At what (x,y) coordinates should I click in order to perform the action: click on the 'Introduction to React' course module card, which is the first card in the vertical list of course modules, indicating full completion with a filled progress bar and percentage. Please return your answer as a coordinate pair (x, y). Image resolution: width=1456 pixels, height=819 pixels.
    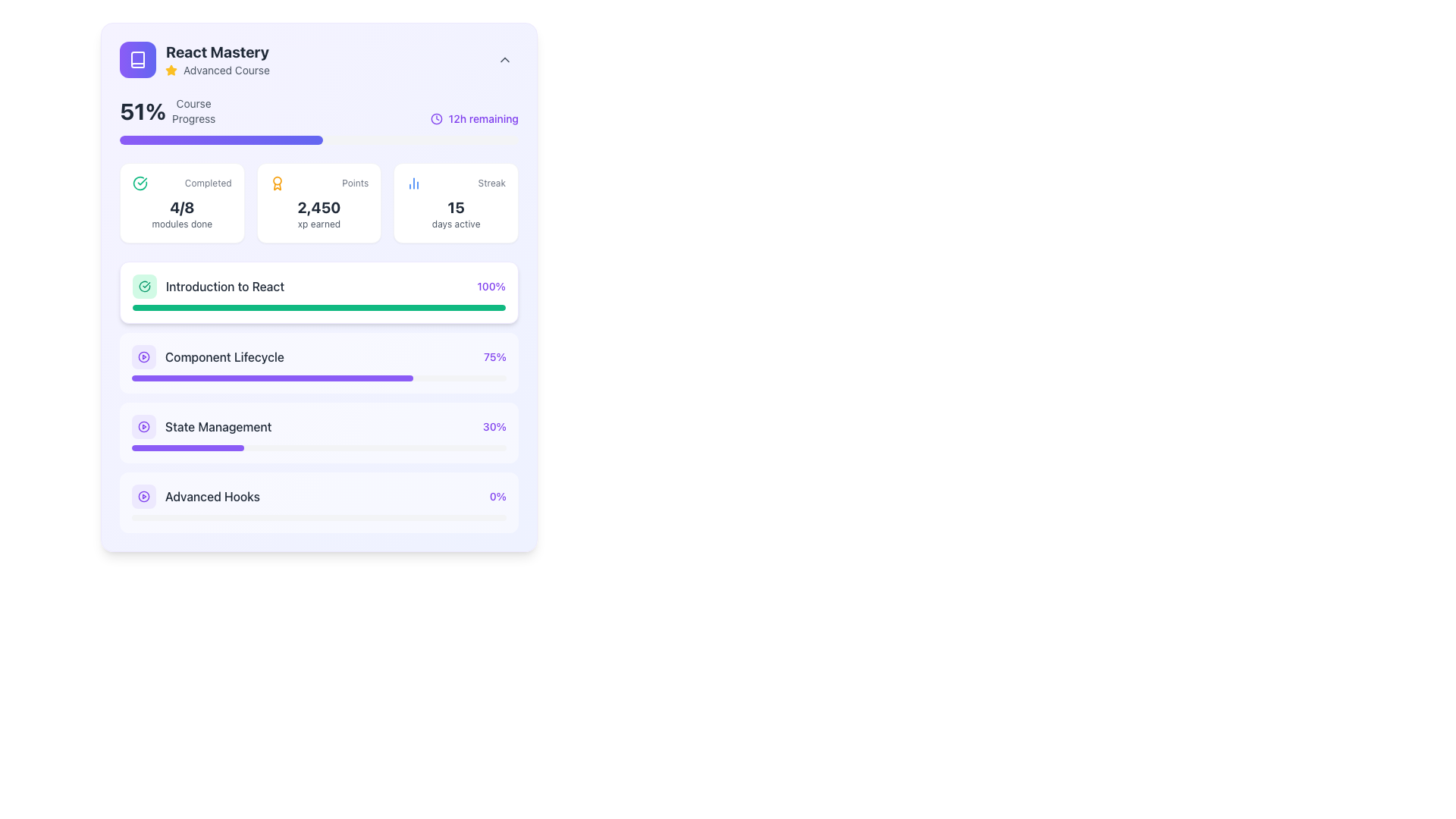
    Looking at the image, I should click on (318, 292).